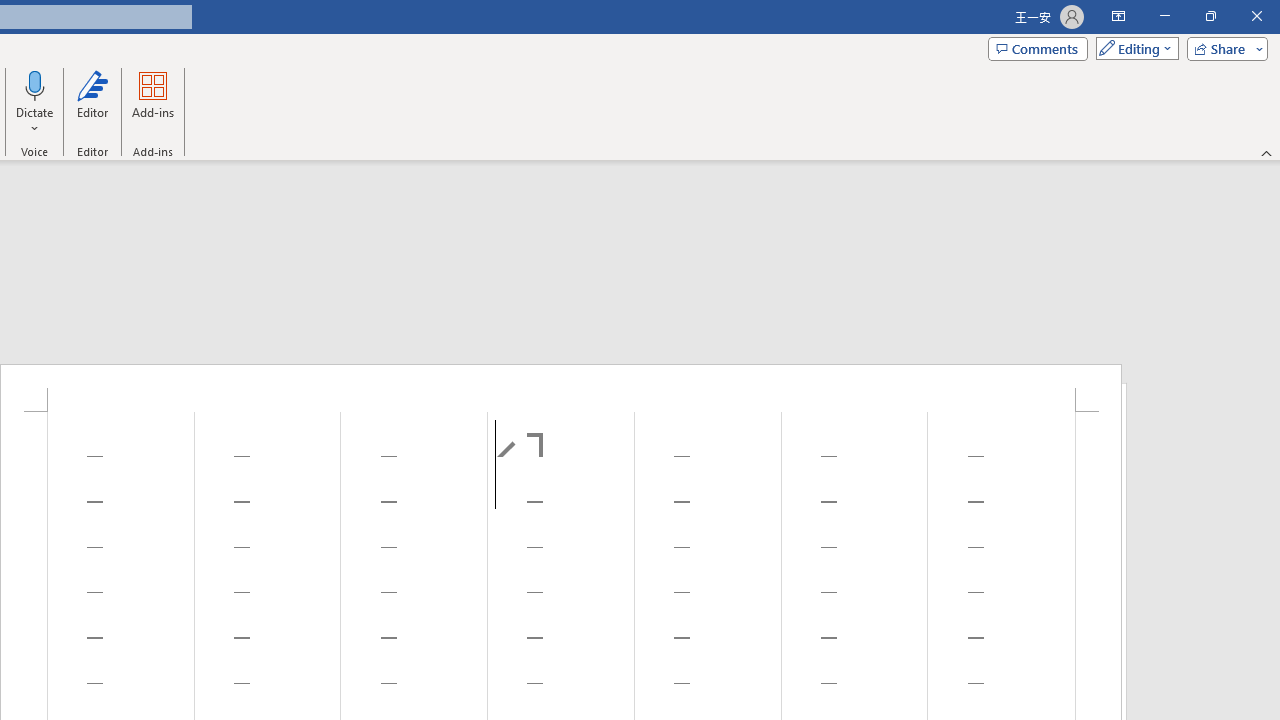 The image size is (1280, 720). What do you see at coordinates (1266, 152) in the screenshot?
I see `'Collapse the Ribbon'` at bounding box center [1266, 152].